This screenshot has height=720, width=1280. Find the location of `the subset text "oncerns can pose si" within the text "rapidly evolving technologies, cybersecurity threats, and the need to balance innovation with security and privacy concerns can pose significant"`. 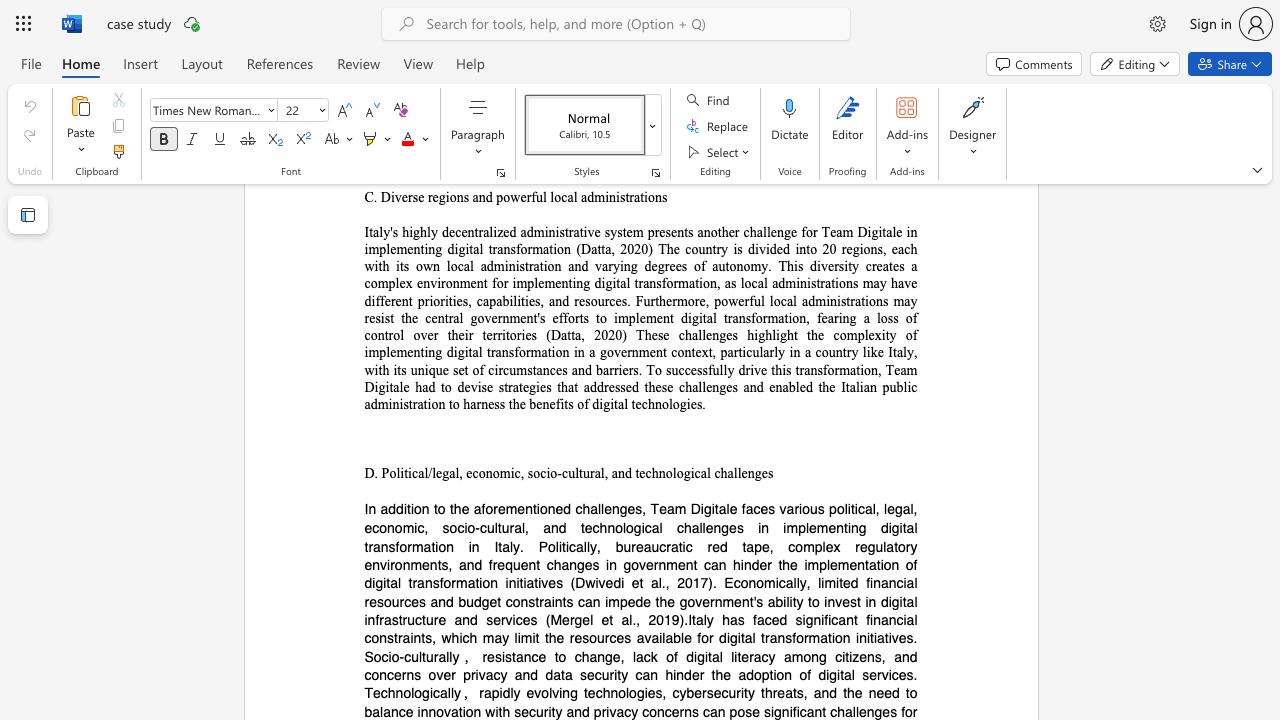

the subset text "oncerns can pose si" within the text "rapidly evolving technologies, cybersecurity threats, and the need to balance innovation with security and privacy concerns can pose significant" is located at coordinates (649, 710).